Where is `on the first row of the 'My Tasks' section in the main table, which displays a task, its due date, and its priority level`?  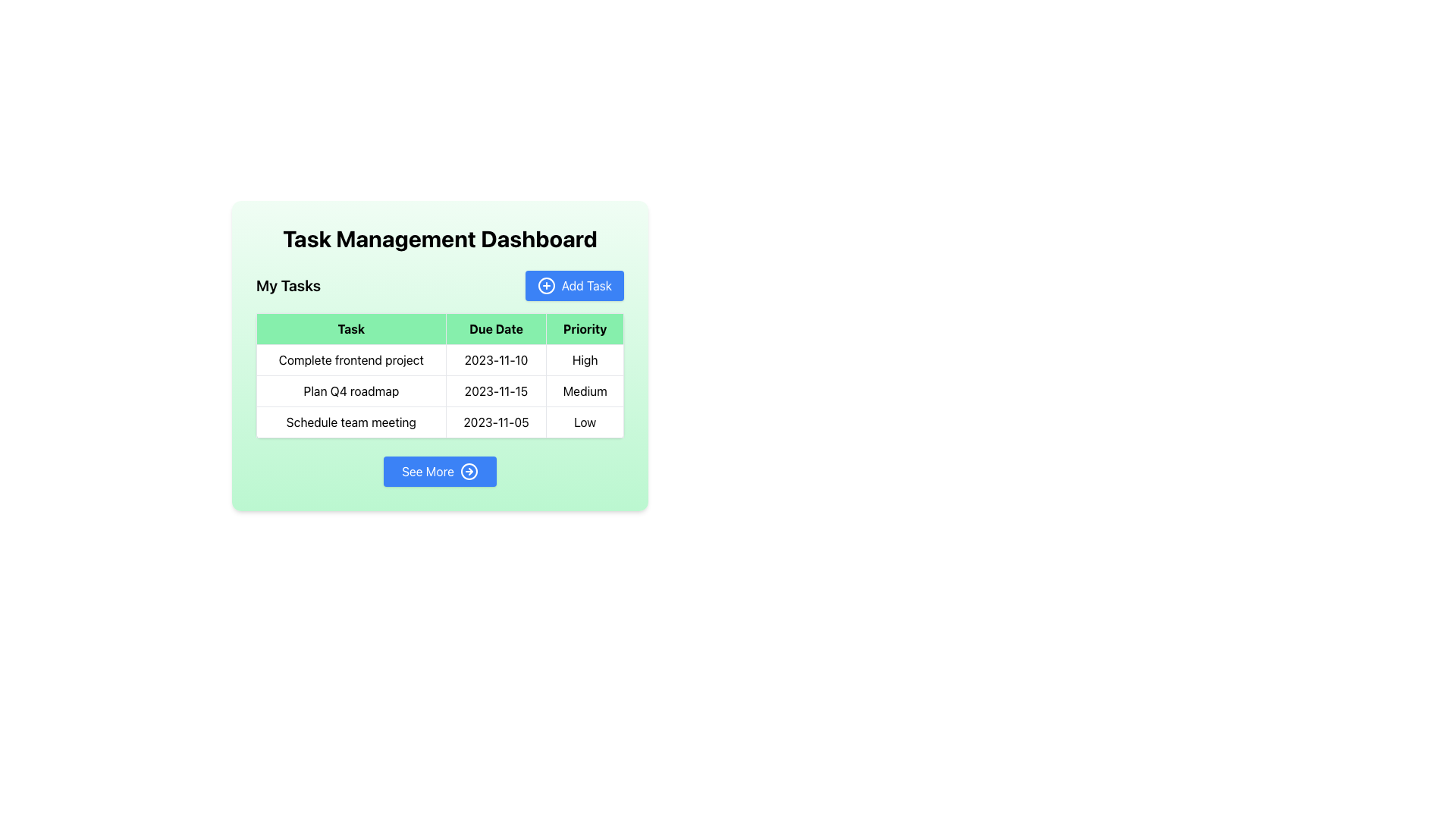 on the first row of the 'My Tasks' section in the main table, which displays a task, its due date, and its priority level is located at coordinates (439, 359).